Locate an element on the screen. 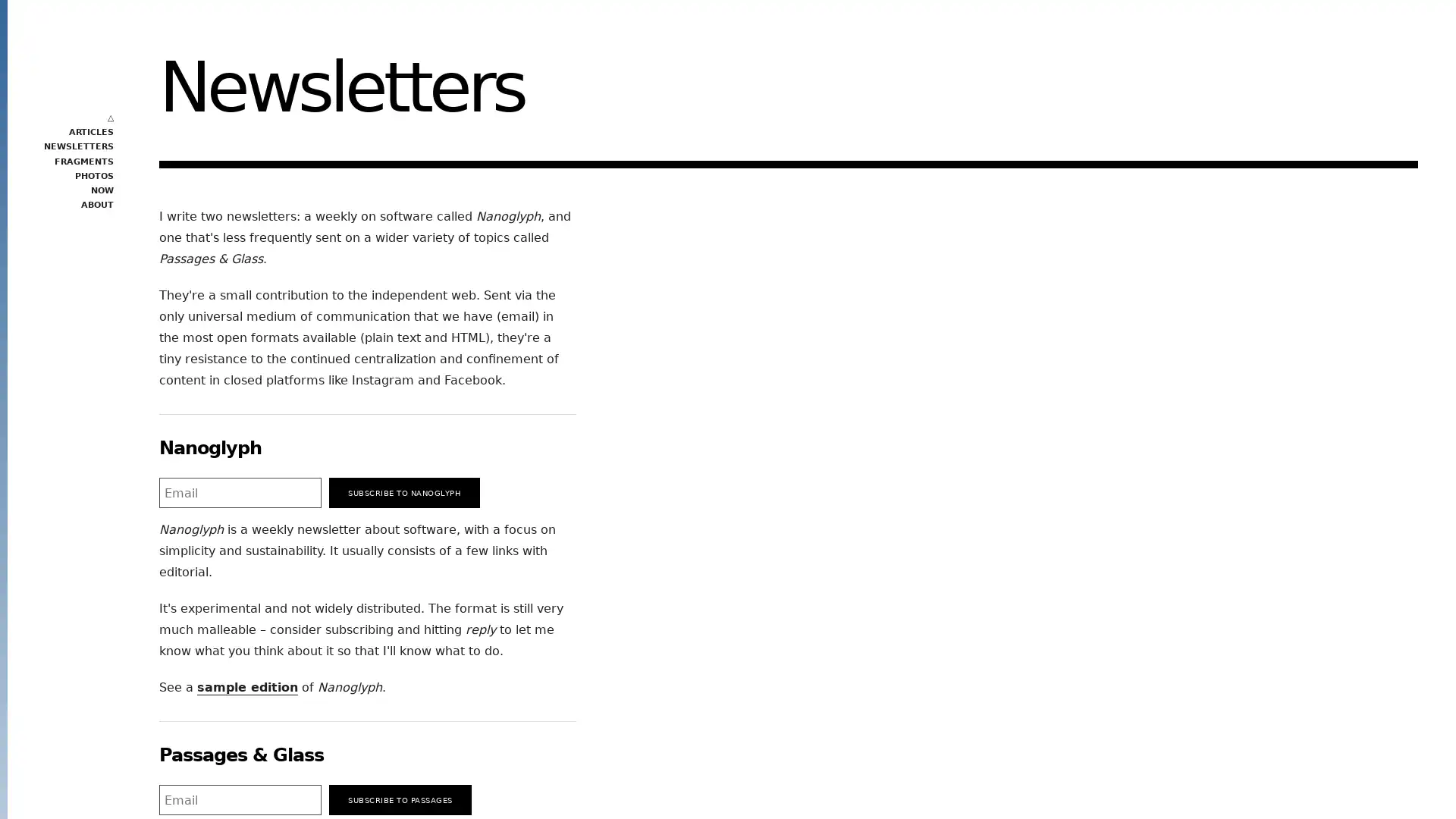  Subscribe to Nanoglyph is located at coordinates (404, 493).